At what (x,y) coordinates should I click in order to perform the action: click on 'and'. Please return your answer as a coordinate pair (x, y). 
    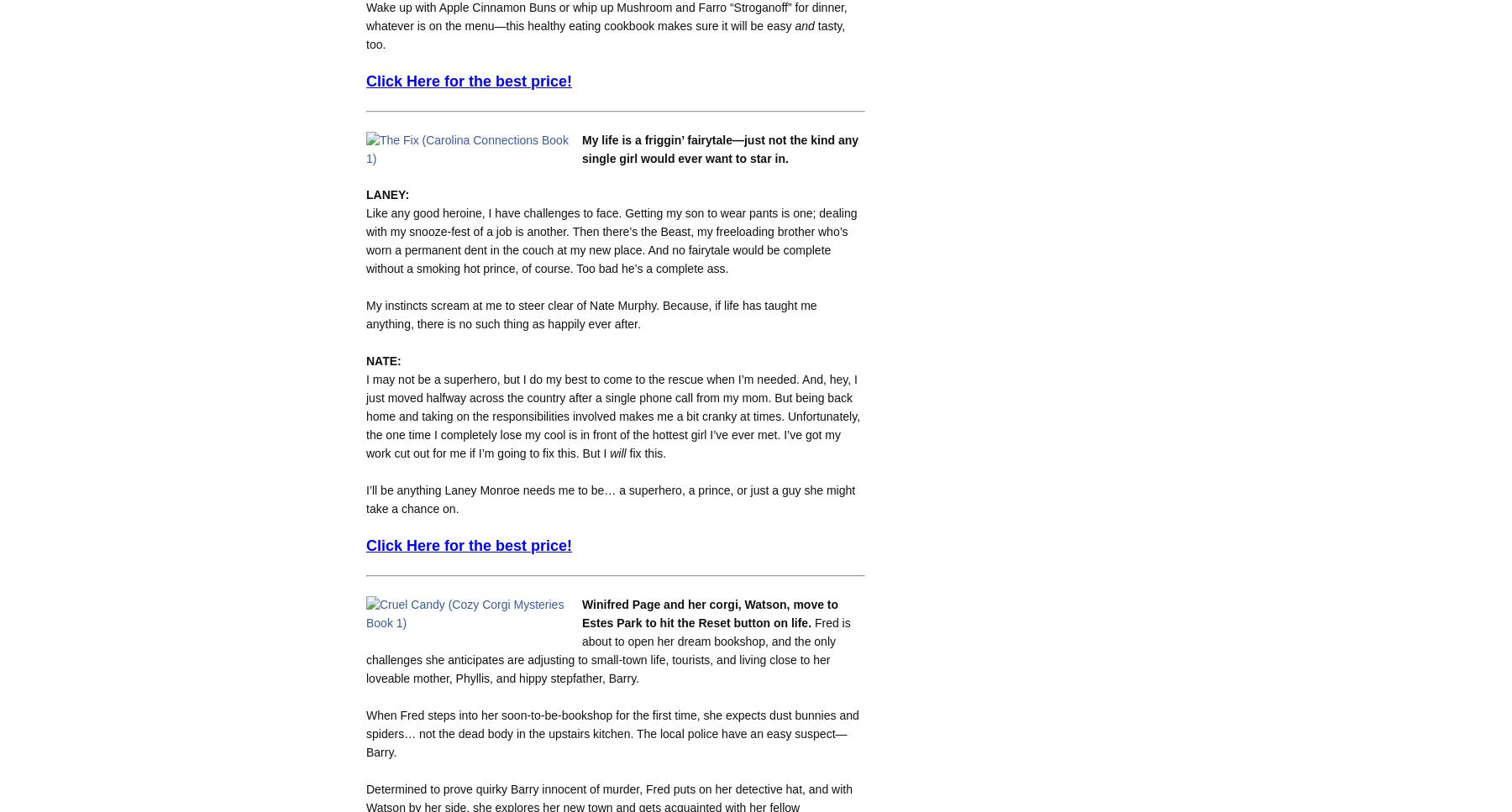
    Looking at the image, I should click on (803, 24).